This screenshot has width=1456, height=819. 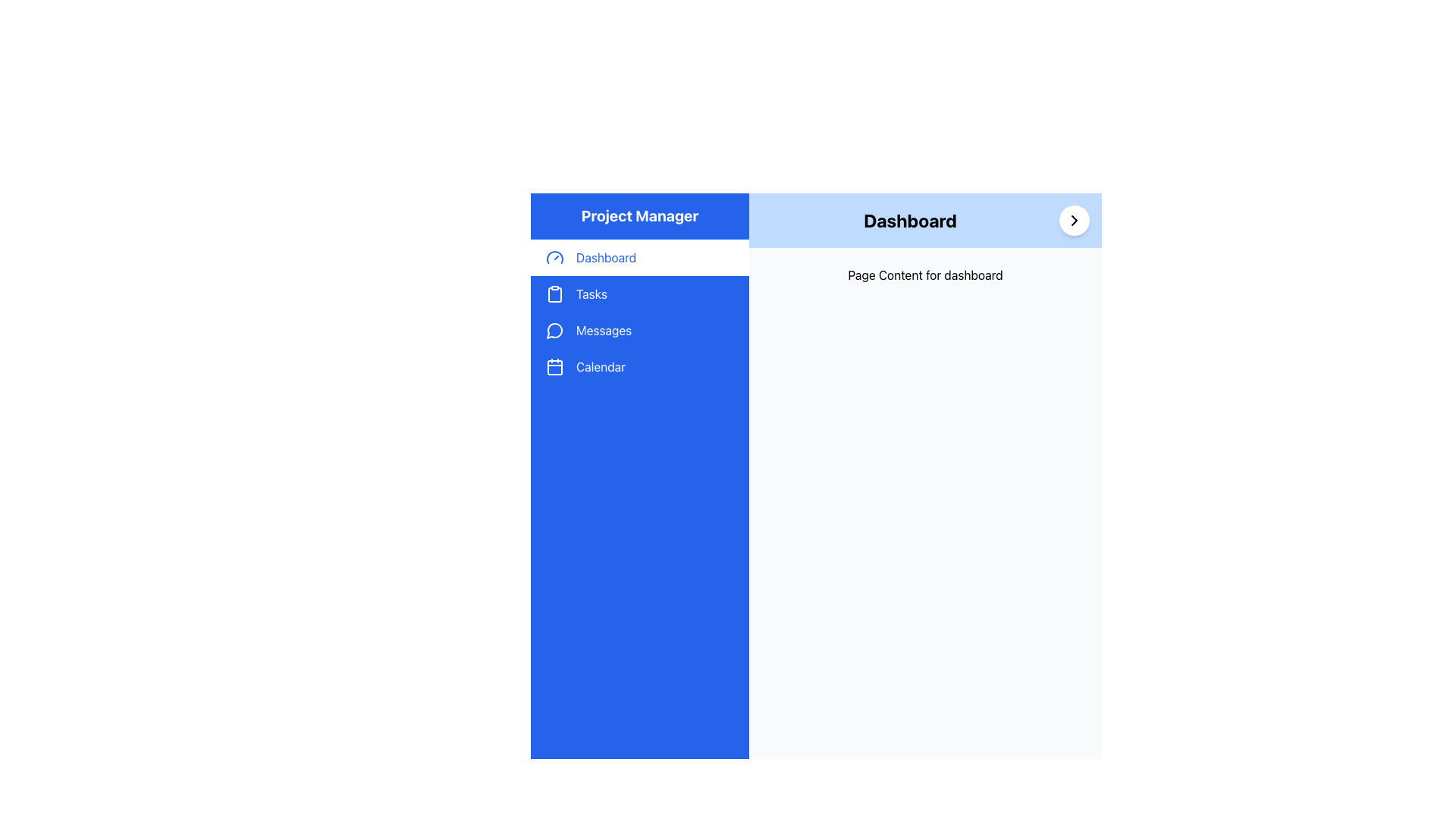 I want to click on the 'Calendar' text label in the vertical navigation menu, which is styled in white font against a blue background and is the fourth item below 'Messages', so click(x=600, y=366).